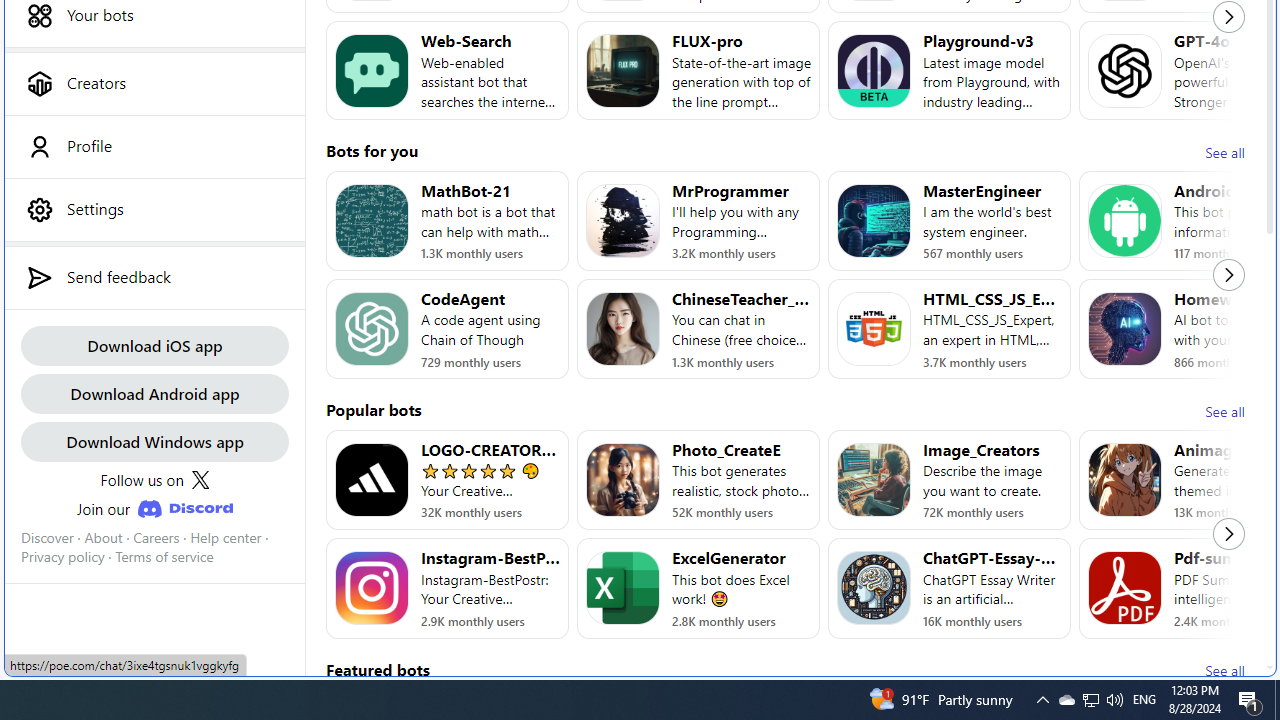 The width and height of the screenshot is (1280, 720). What do you see at coordinates (1125, 220) in the screenshot?
I see `'Bot image for AndroidAssistant'` at bounding box center [1125, 220].